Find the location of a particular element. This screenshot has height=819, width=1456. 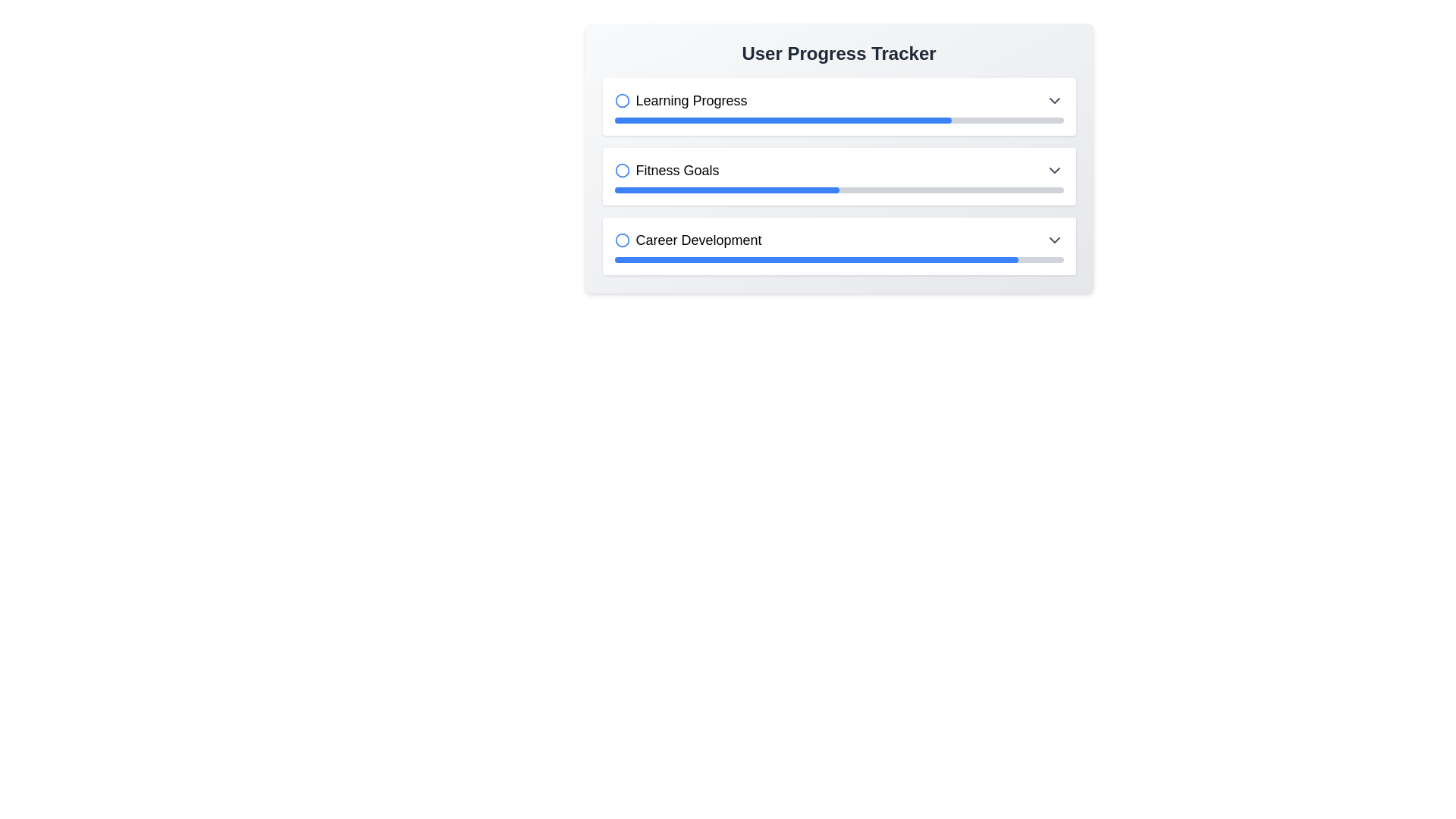

the 'Career Development' section label with a blue outlined circular icon is located at coordinates (687, 239).